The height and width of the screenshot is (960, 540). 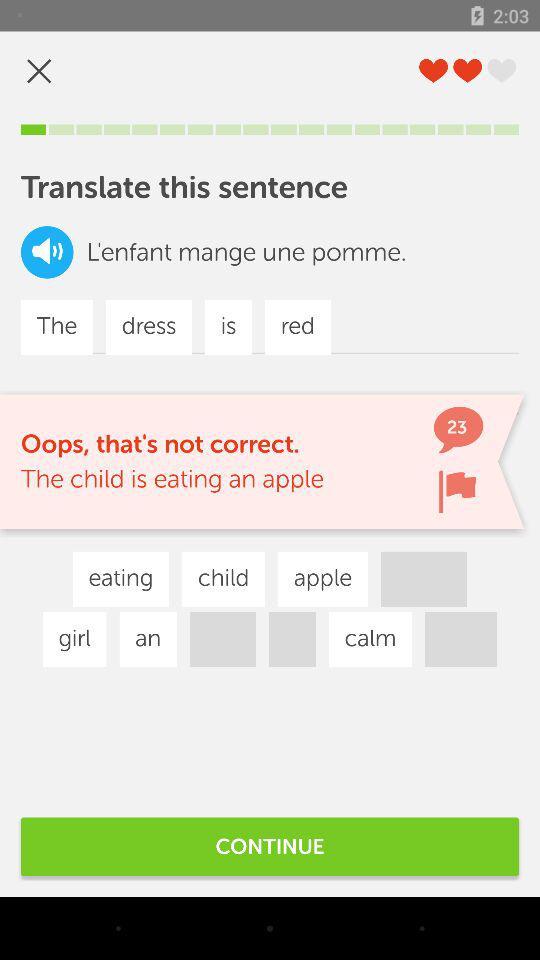 What do you see at coordinates (47, 251) in the screenshot?
I see `the volume icon` at bounding box center [47, 251].